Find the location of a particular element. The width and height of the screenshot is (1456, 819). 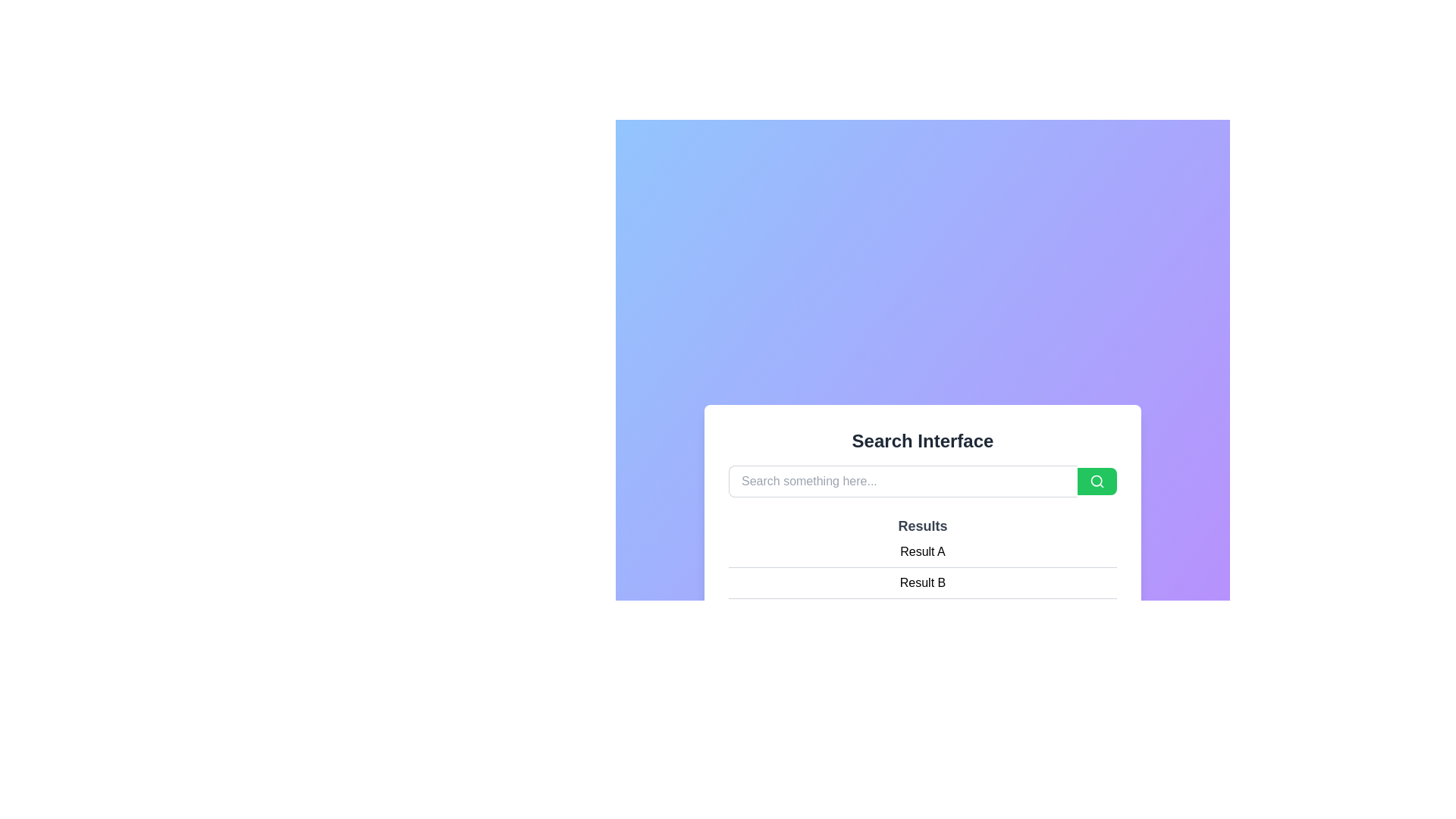

the central circular component of the search icon, which represents the lens of a magnifying glass located to the right of an input field is located at coordinates (1097, 481).